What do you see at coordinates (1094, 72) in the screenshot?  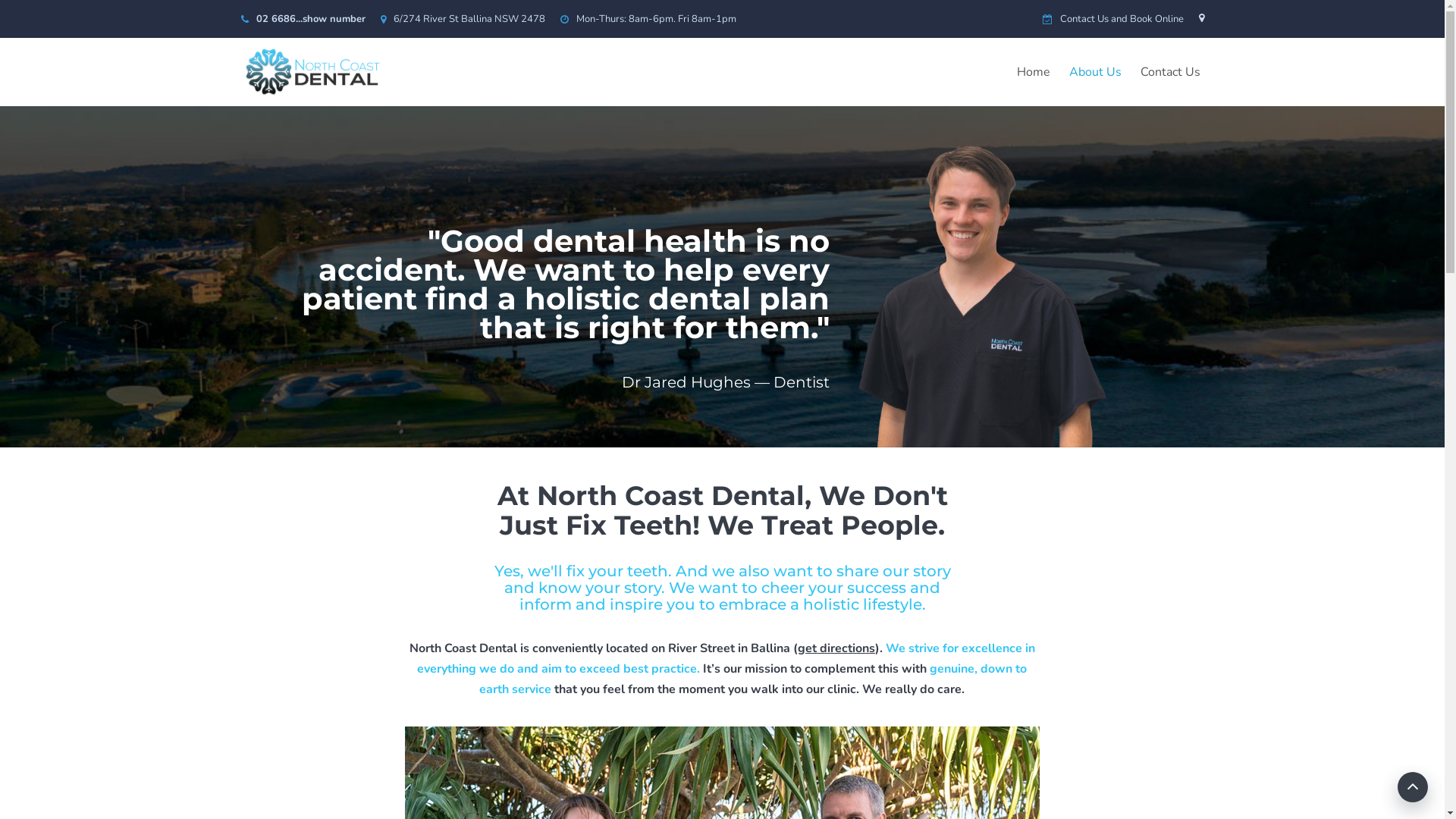 I see `'About Us'` at bounding box center [1094, 72].